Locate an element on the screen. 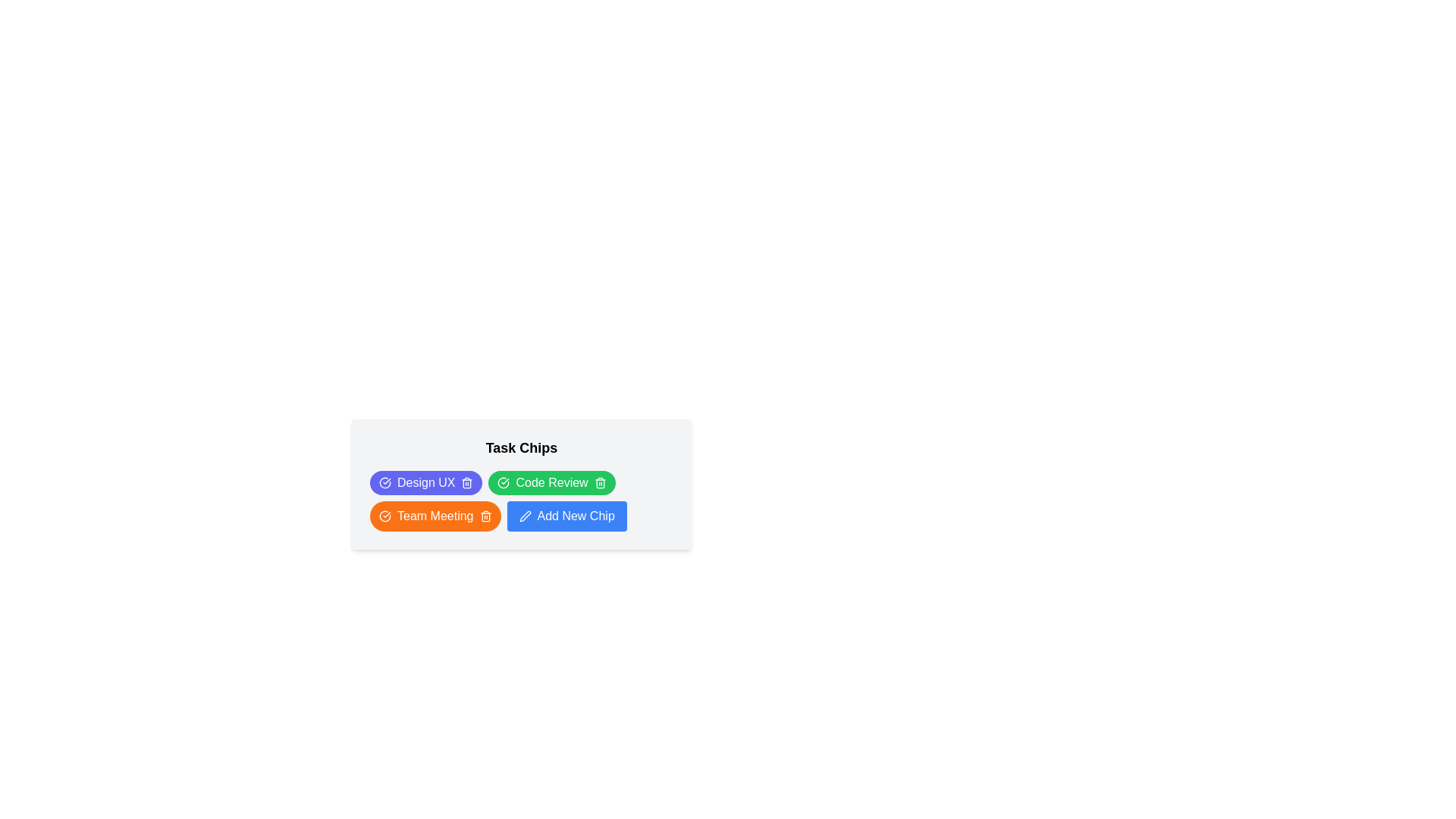 The height and width of the screenshot is (819, 1456). the 'Code Review' text label which is styled in bold white font and embedded within a green pill-shaped background, located in the task chips section as the second tag in the top row is located at coordinates (551, 482).